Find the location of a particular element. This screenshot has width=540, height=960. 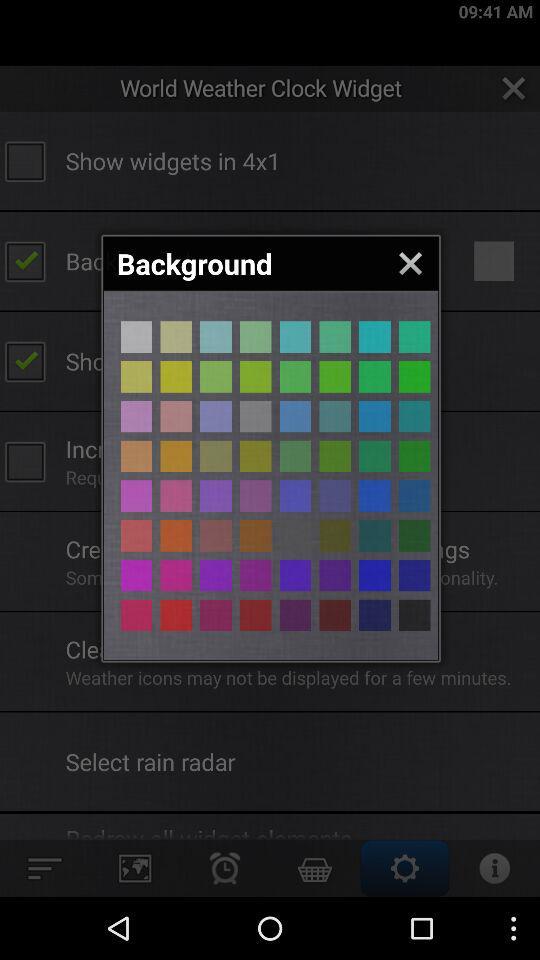

background colour is located at coordinates (255, 534).